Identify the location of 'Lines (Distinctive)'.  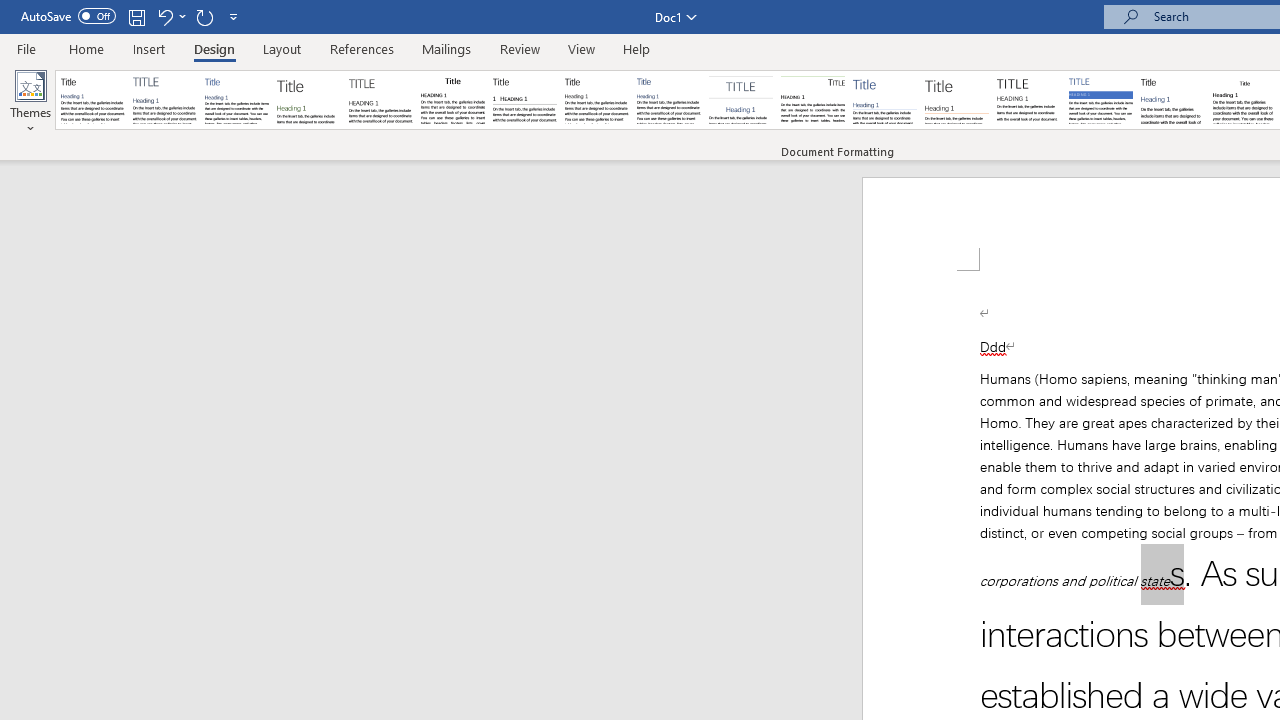
(812, 100).